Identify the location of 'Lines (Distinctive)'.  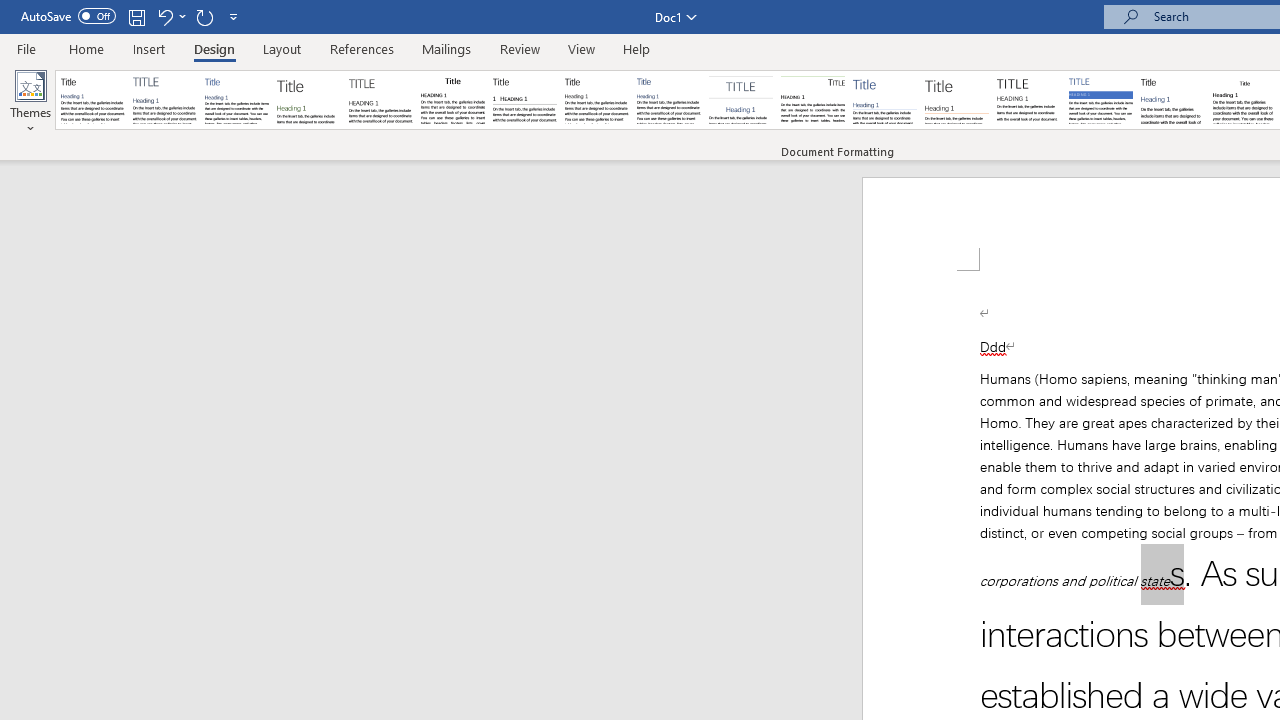
(812, 100).